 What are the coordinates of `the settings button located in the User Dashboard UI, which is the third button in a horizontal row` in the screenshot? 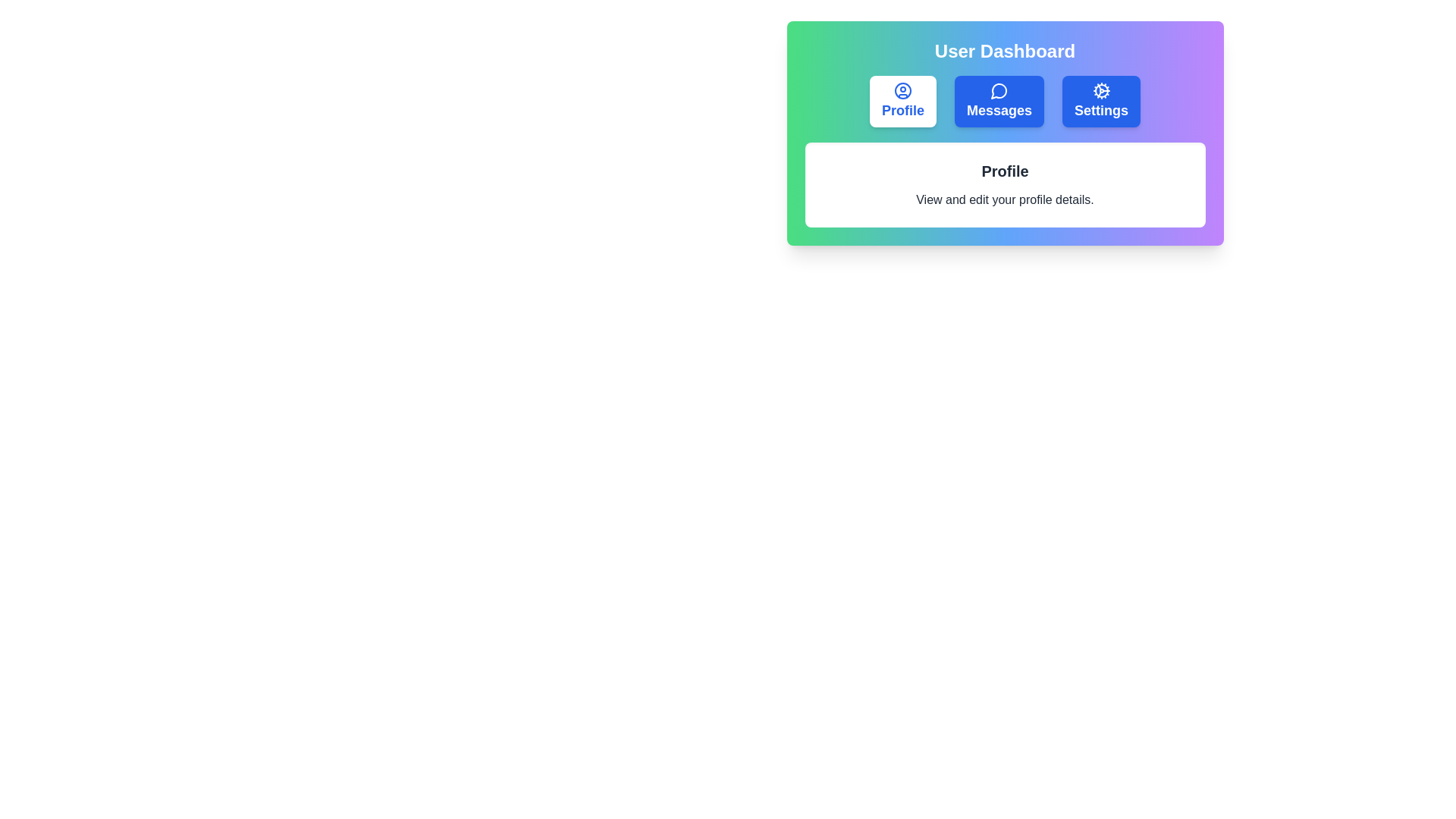 It's located at (1101, 102).